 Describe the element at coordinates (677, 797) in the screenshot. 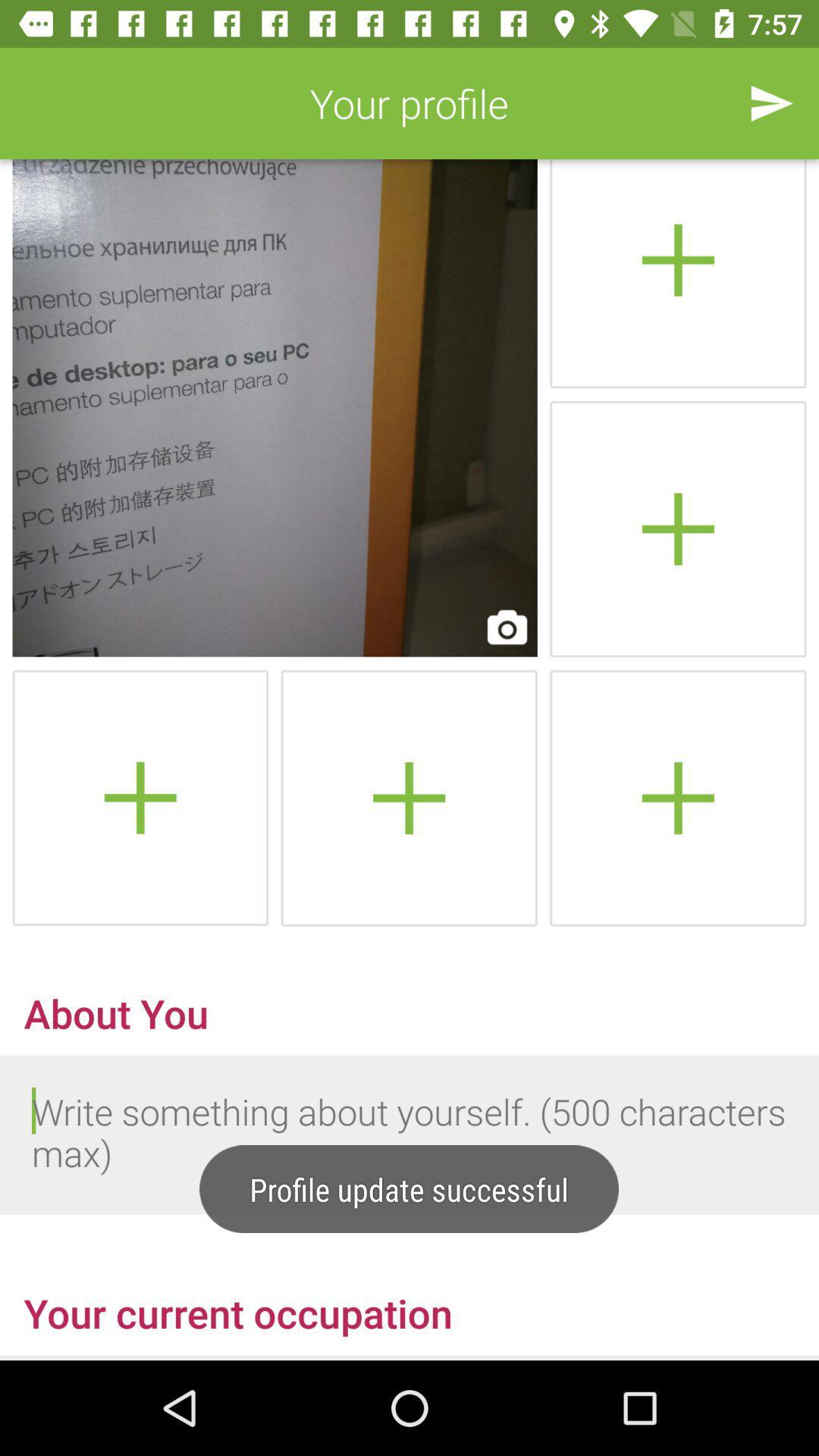

I see `profile pic` at that location.